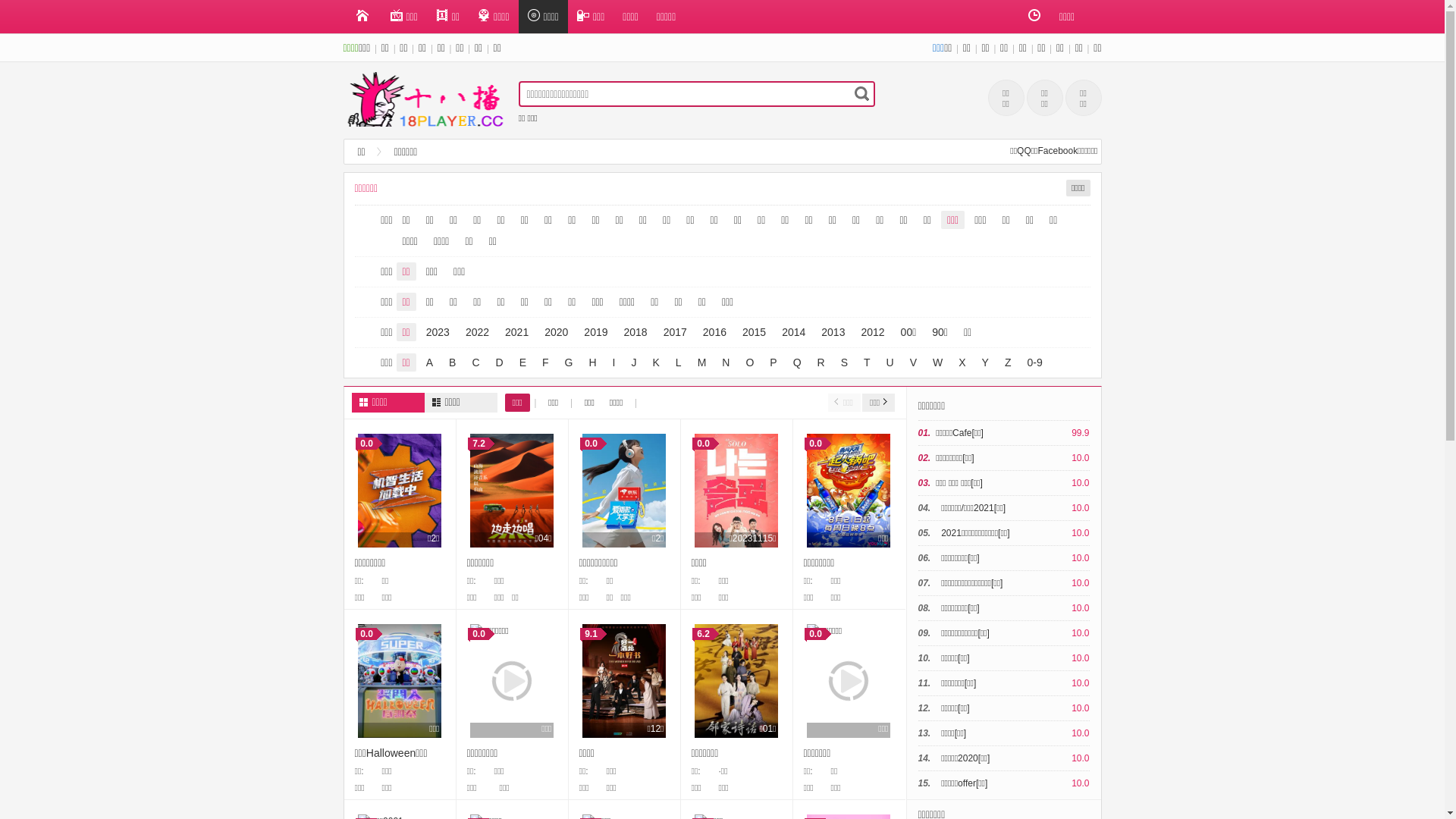  What do you see at coordinates (792, 331) in the screenshot?
I see `'2014'` at bounding box center [792, 331].